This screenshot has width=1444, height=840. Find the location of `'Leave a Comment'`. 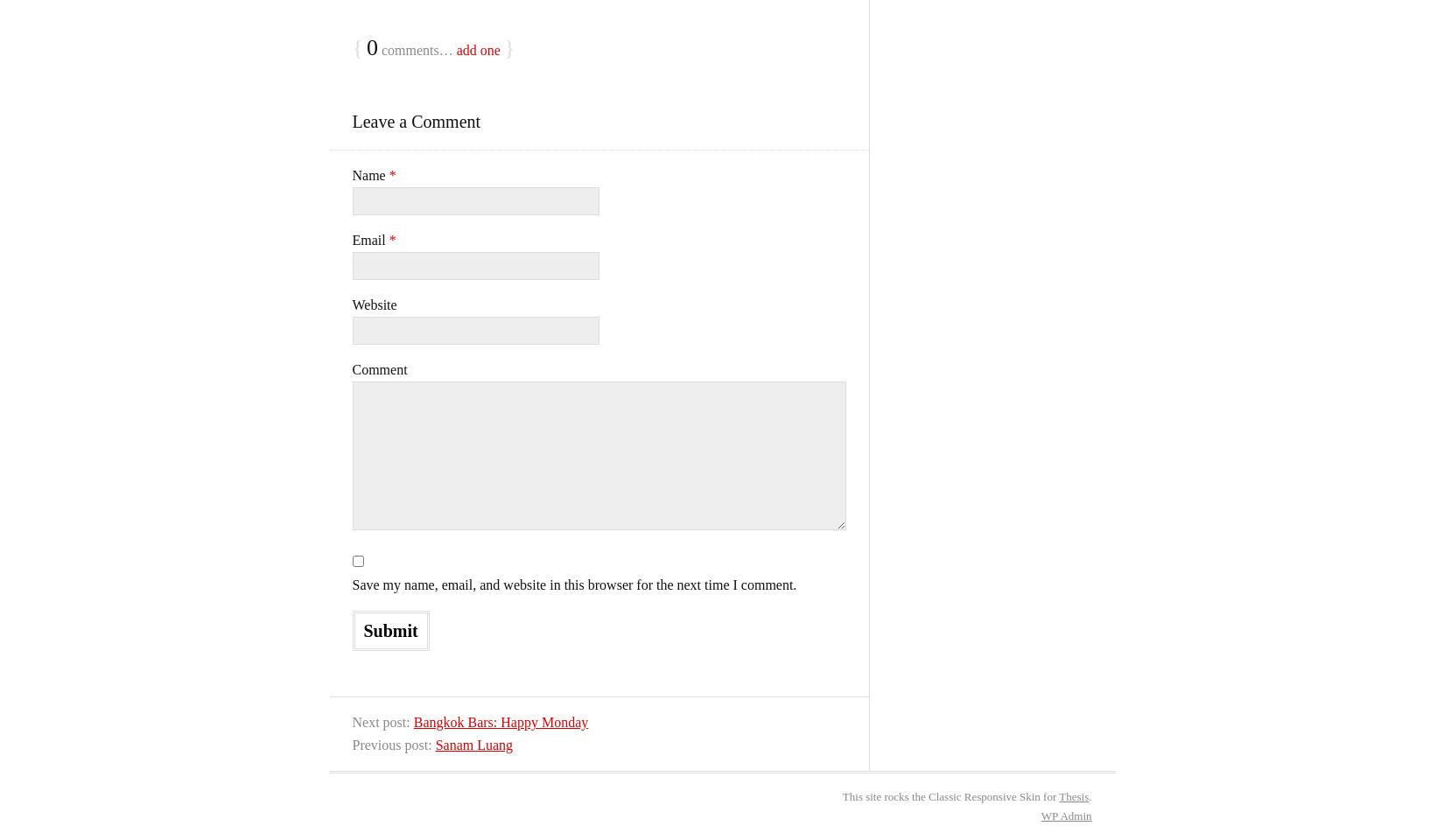

'Leave a Comment' is located at coordinates (415, 121).